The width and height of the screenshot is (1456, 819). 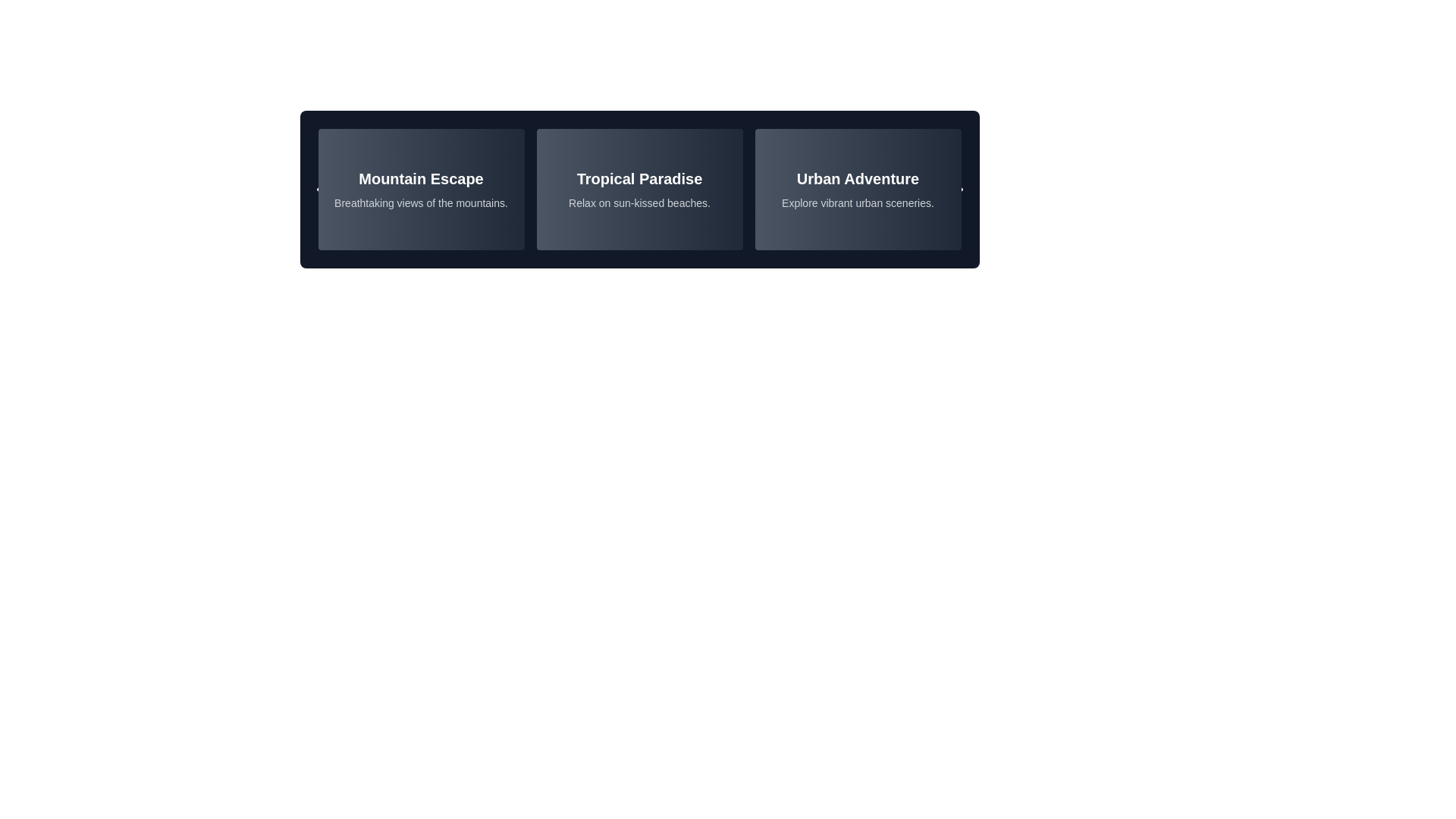 What do you see at coordinates (639, 202) in the screenshot?
I see `the text label that says 'Relax on sun-kissed beaches.' which is styled in small-sized gray font on a dark background, located below the title 'Tropical Paradise' in the central panel` at bounding box center [639, 202].